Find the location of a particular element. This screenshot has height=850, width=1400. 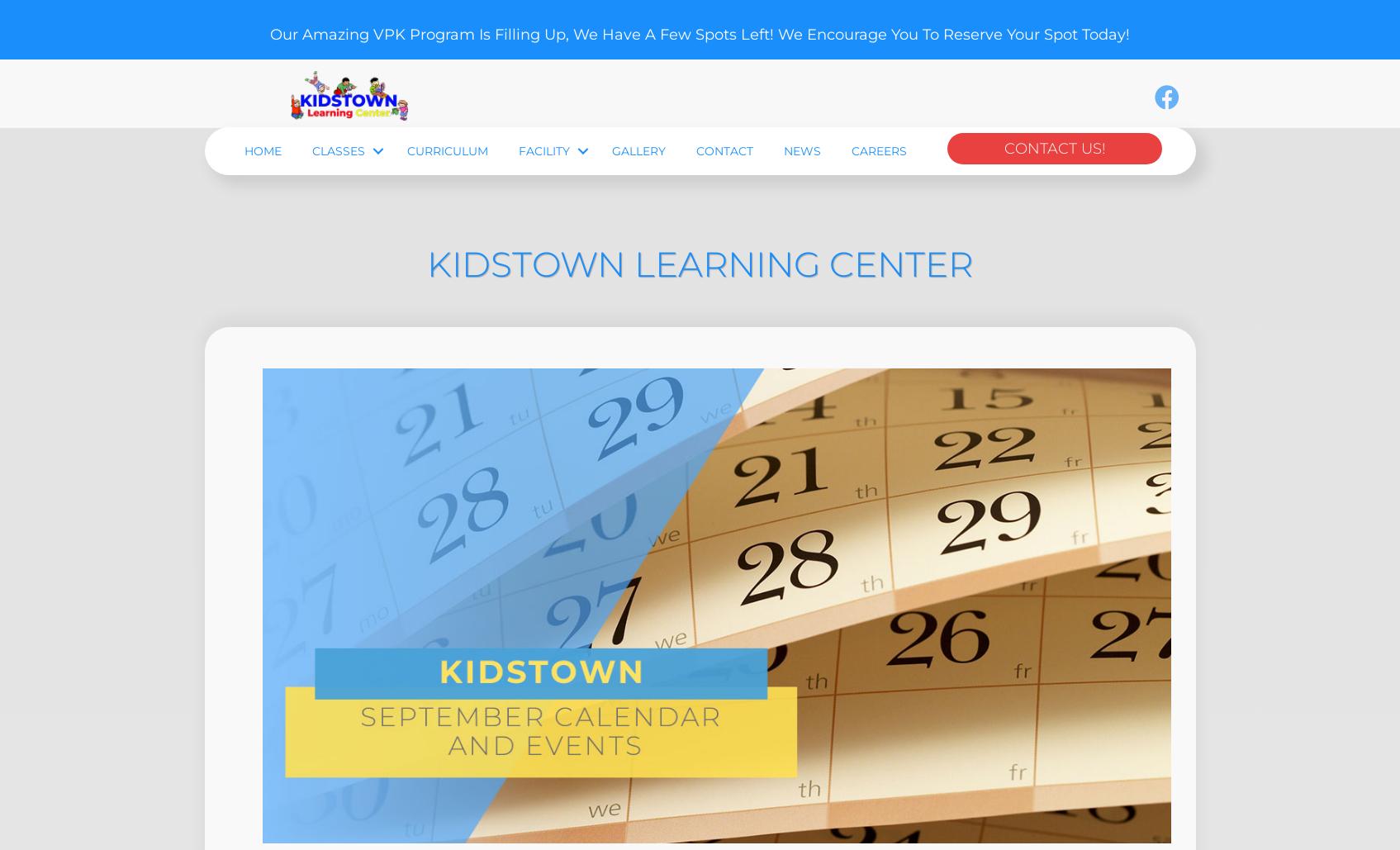

'Careers' is located at coordinates (879, 245).